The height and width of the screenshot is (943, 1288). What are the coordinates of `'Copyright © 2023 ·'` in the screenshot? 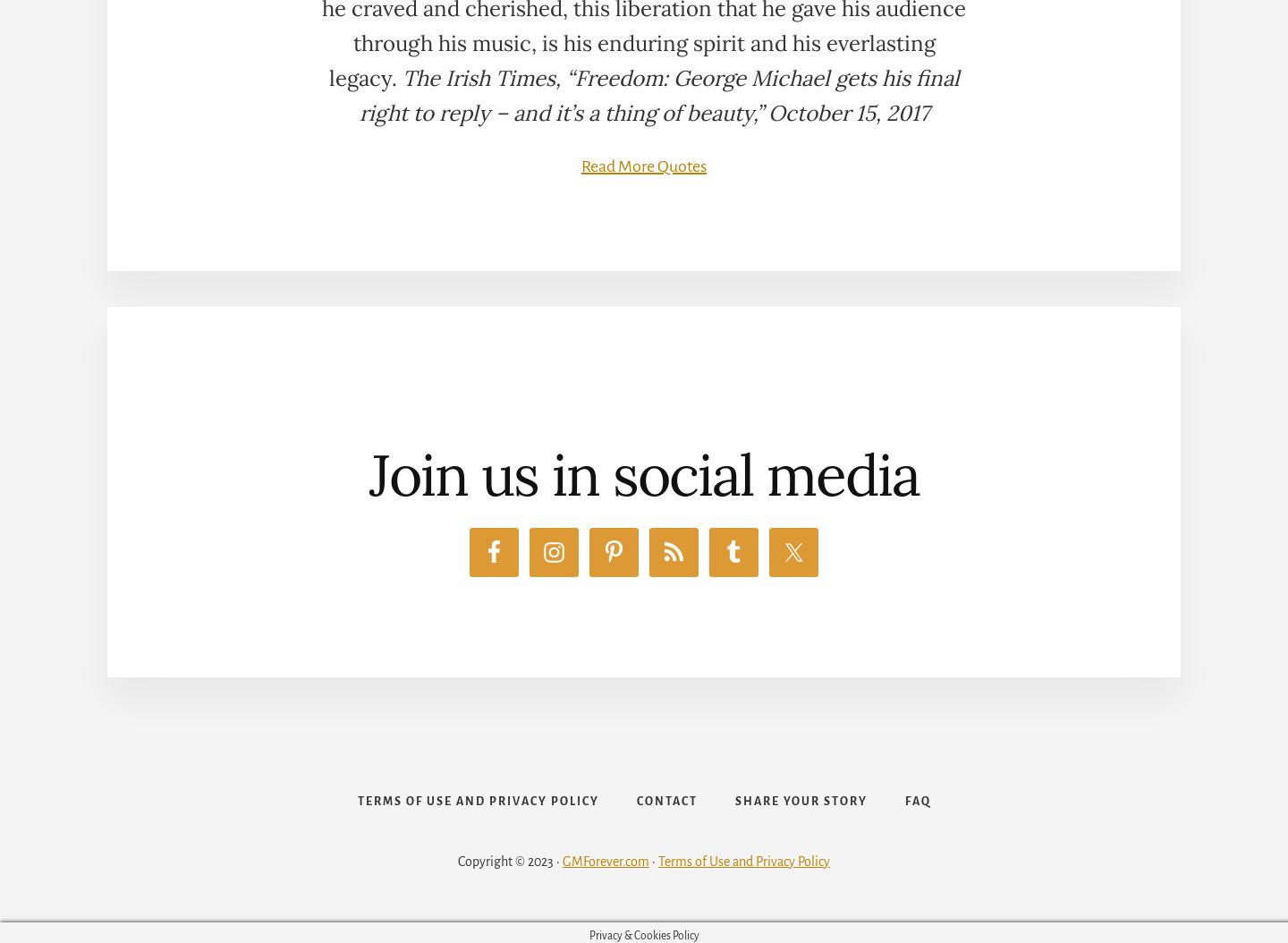 It's located at (510, 860).